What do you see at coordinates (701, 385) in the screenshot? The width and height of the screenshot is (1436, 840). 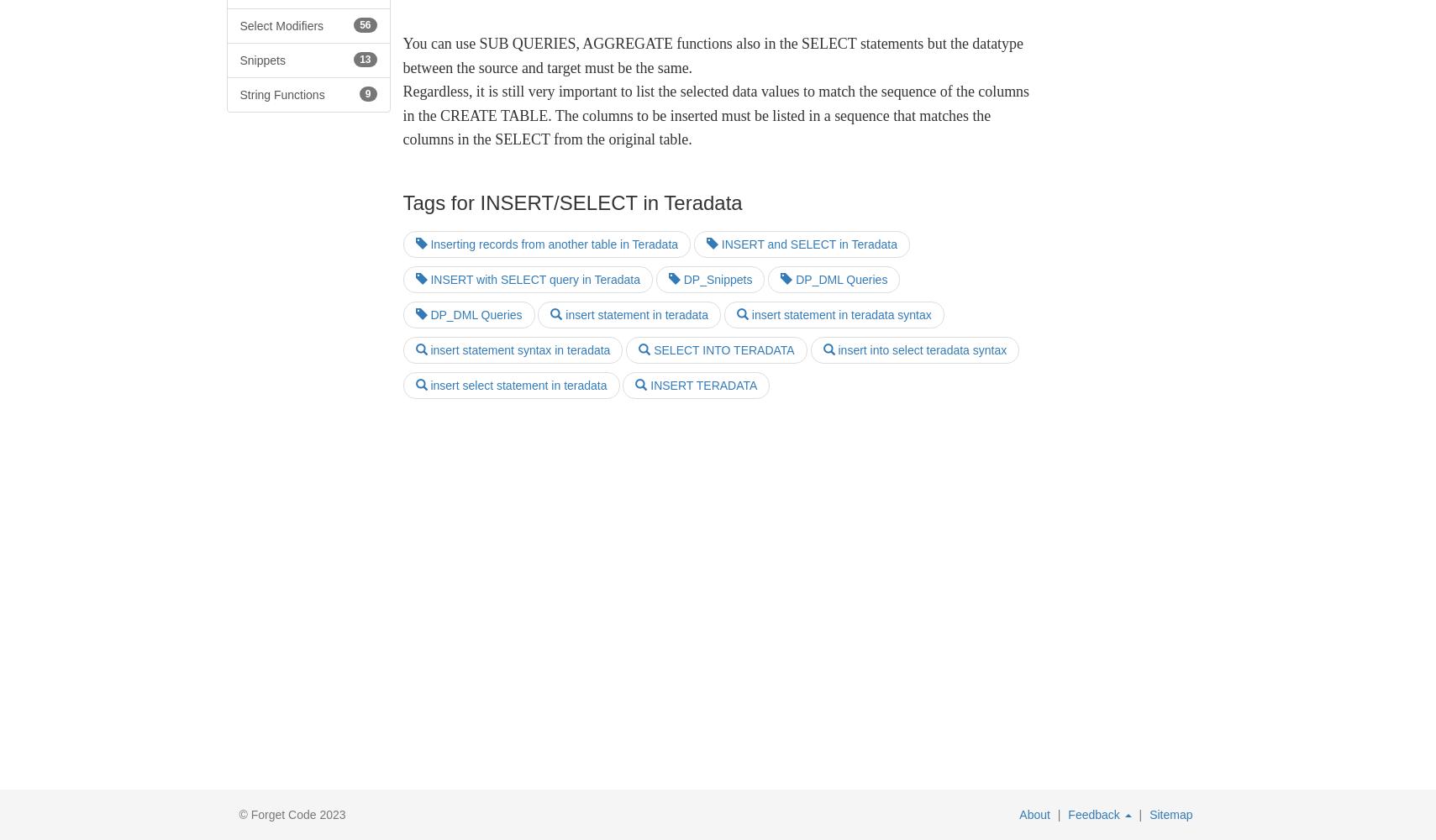 I see `'INSERT TERADATA'` at bounding box center [701, 385].